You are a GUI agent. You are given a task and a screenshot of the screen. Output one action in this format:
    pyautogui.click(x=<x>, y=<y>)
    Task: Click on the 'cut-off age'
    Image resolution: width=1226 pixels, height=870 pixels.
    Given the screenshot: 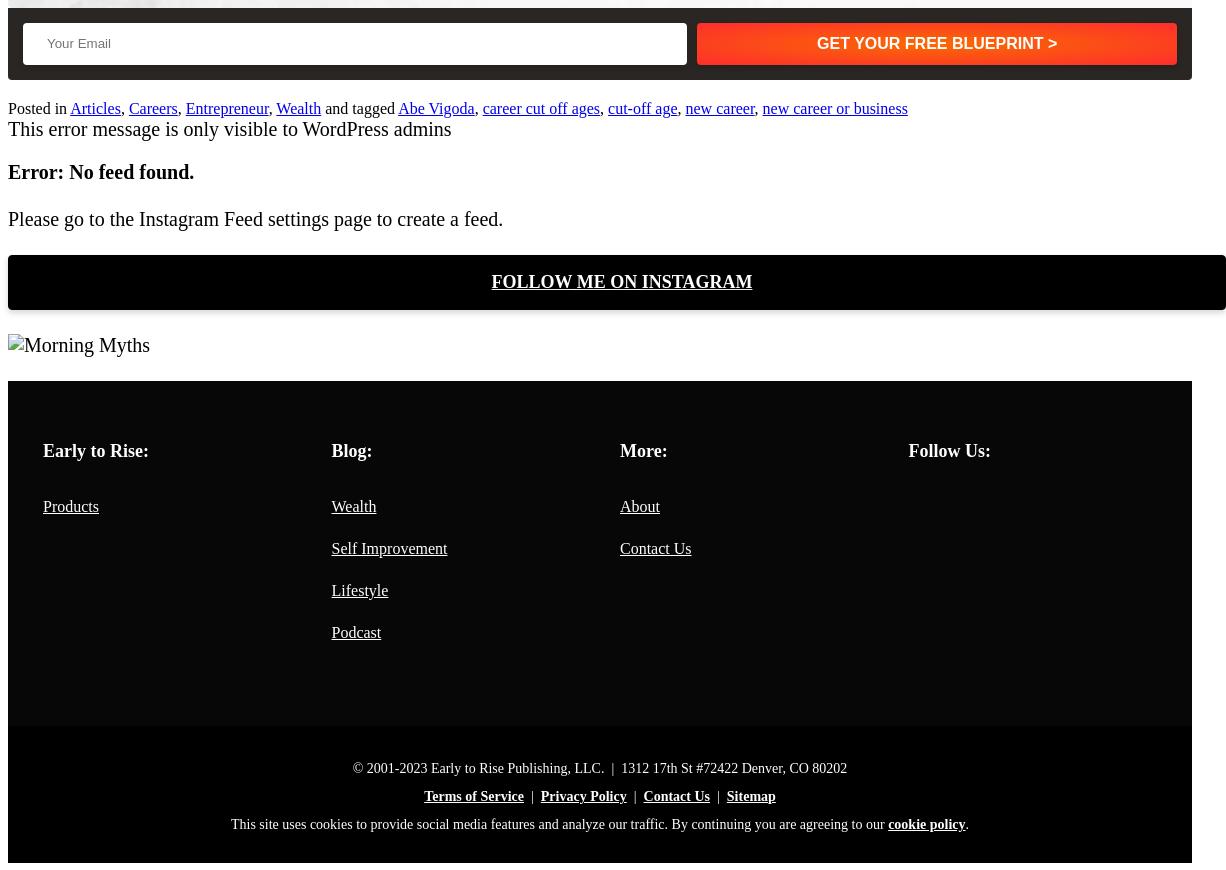 What is the action you would take?
    pyautogui.click(x=642, y=107)
    